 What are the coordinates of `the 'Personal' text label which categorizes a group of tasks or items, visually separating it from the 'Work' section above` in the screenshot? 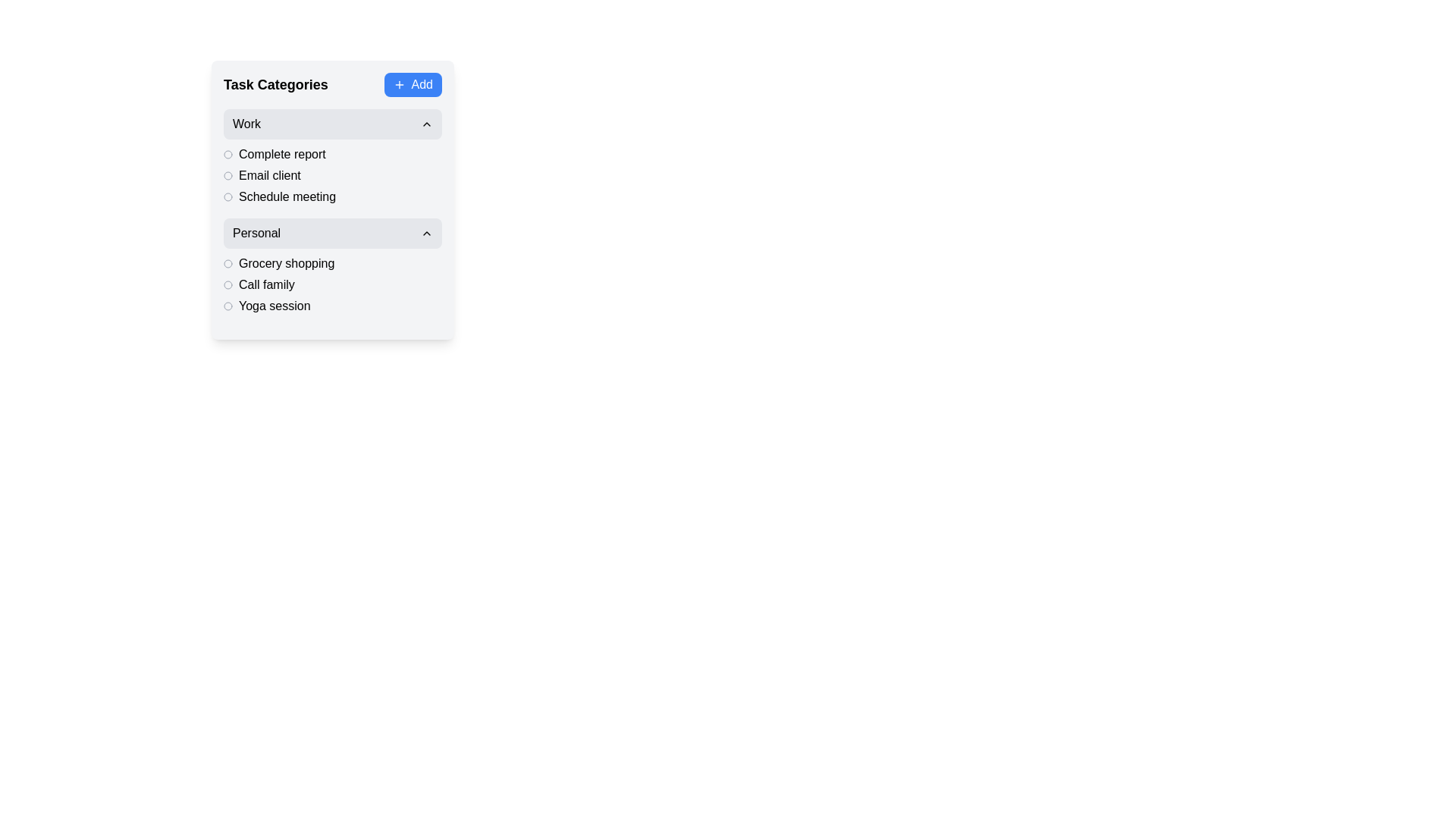 It's located at (256, 234).